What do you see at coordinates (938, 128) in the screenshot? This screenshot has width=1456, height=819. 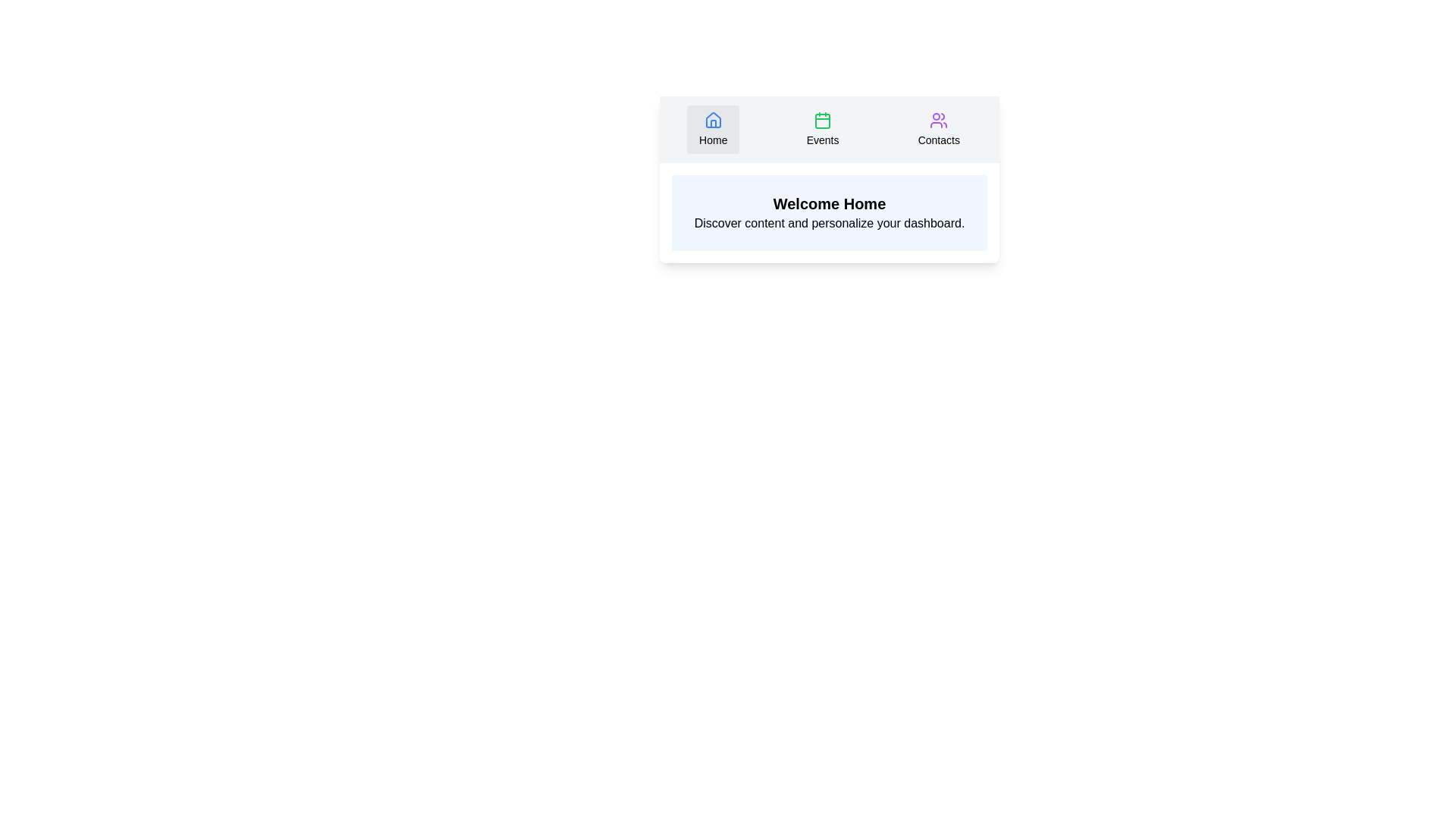 I see `the Contacts tab by clicking on it` at bounding box center [938, 128].